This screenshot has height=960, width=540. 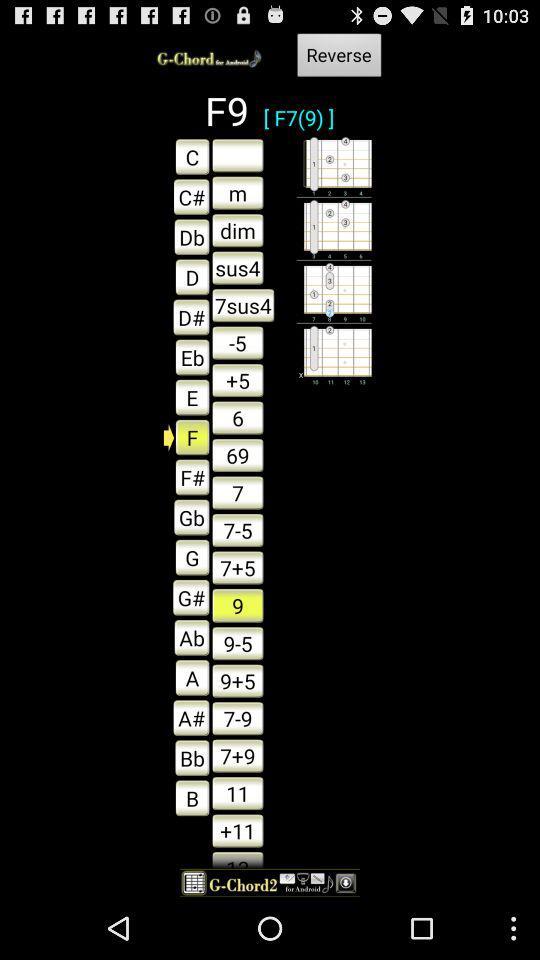 What do you see at coordinates (186, 236) in the screenshot?
I see `db button` at bounding box center [186, 236].